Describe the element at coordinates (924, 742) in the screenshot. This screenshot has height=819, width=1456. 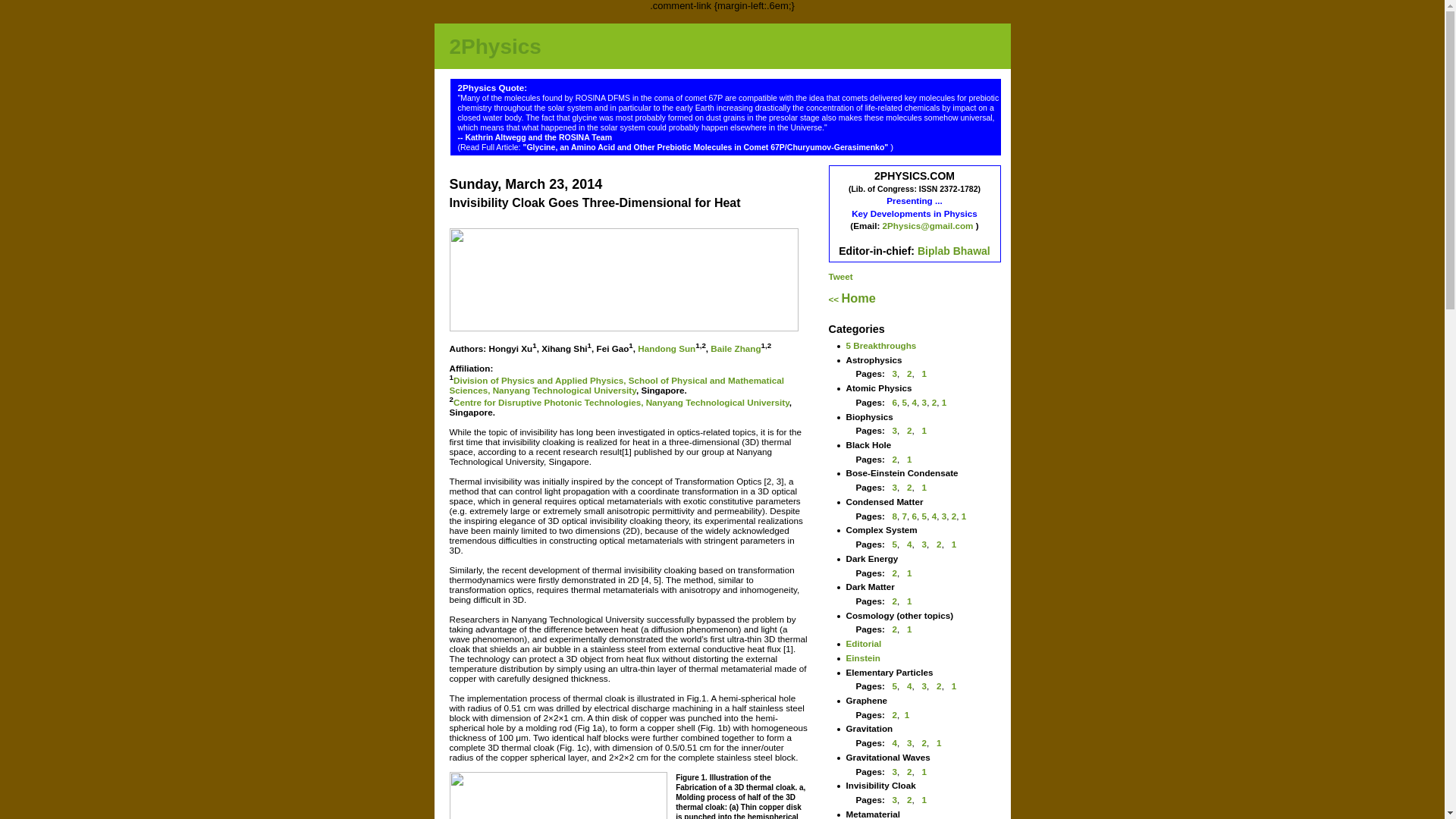
I see `'2'` at that location.